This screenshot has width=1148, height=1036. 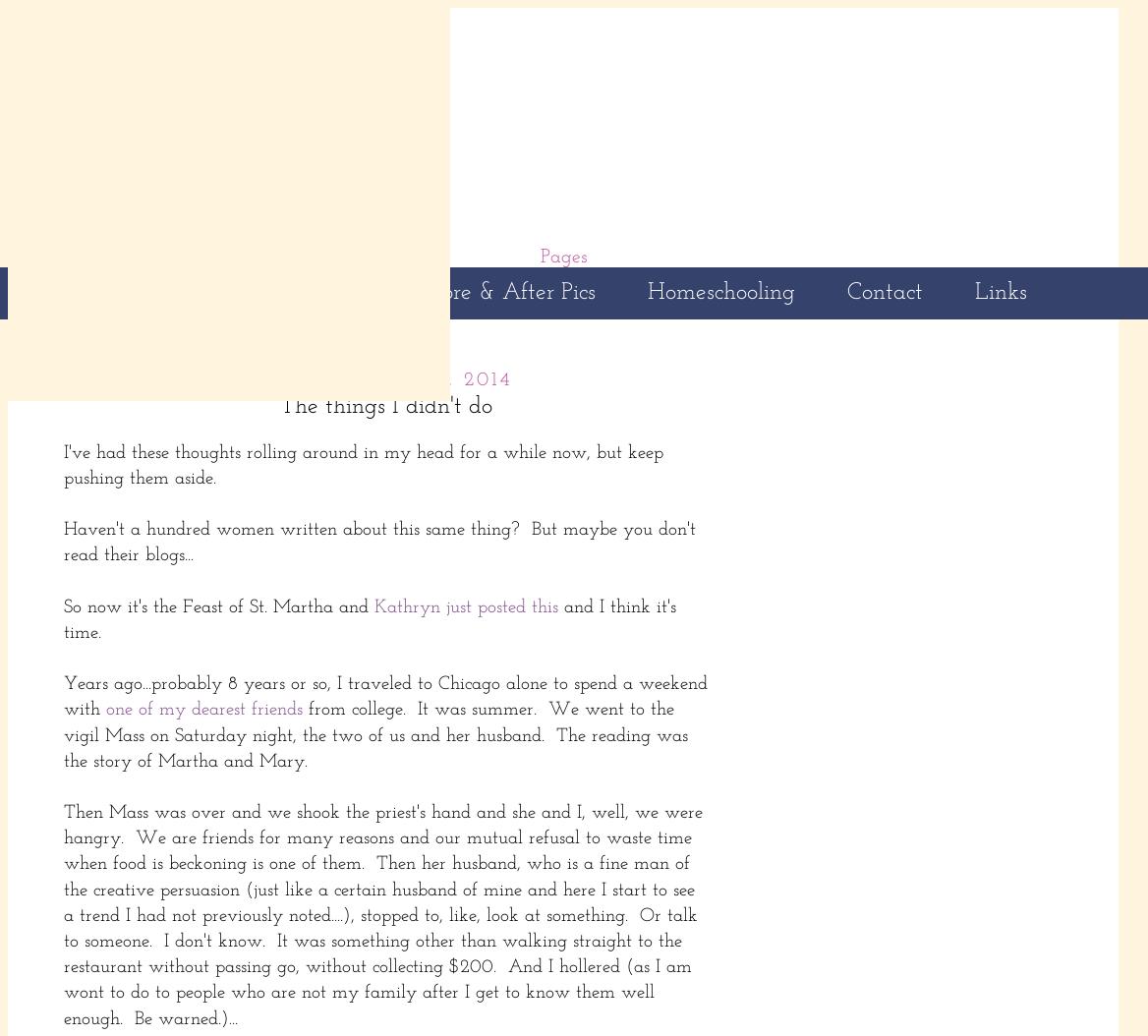 What do you see at coordinates (1000, 291) in the screenshot?
I see `'Links'` at bounding box center [1000, 291].